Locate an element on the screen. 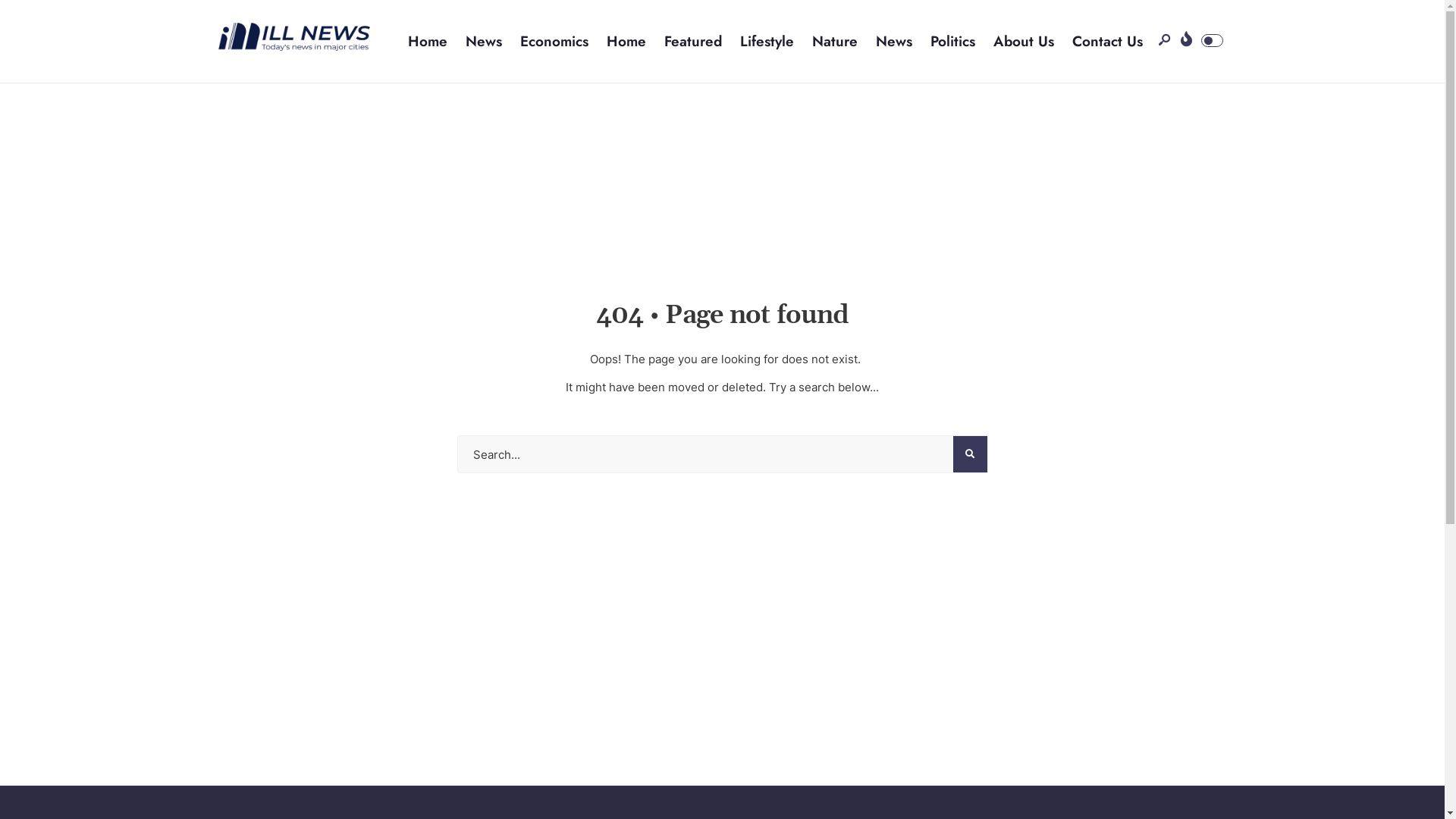  'Lifestyle' is located at coordinates (767, 40).